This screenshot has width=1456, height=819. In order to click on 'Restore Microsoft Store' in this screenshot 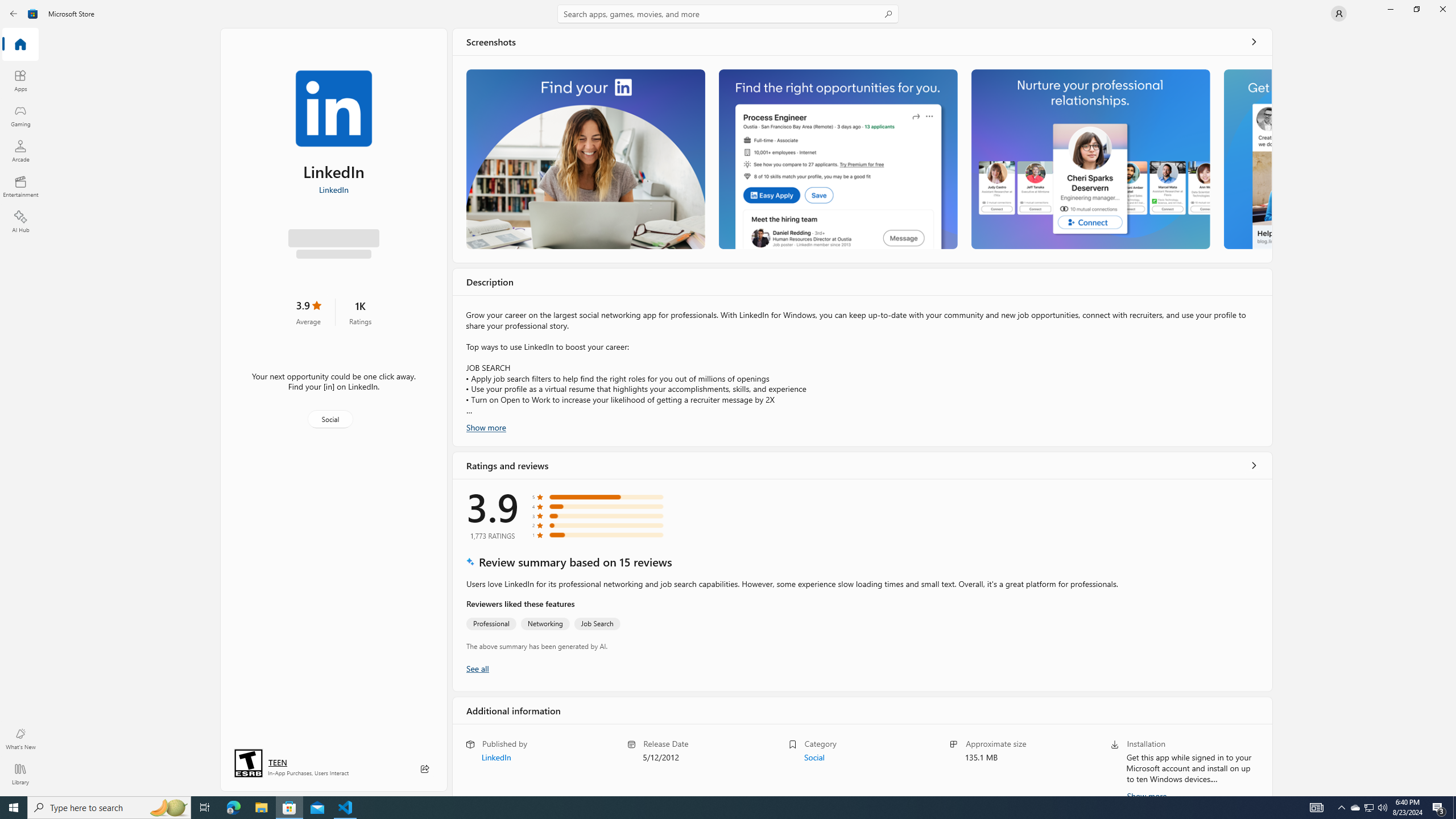, I will do `click(1416, 9)`.